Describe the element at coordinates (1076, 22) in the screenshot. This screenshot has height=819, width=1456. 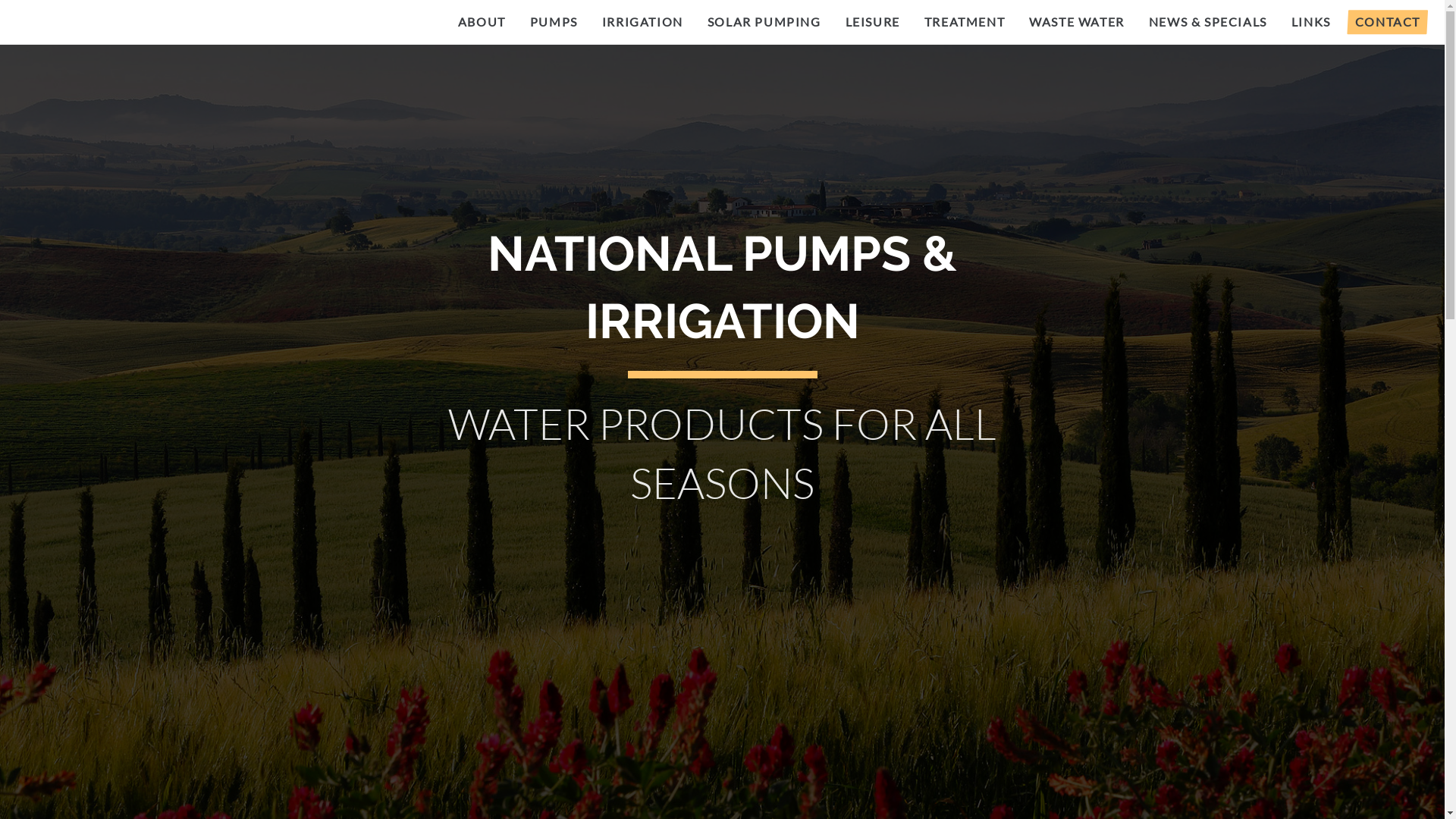
I see `'WASTE WATER'` at that location.